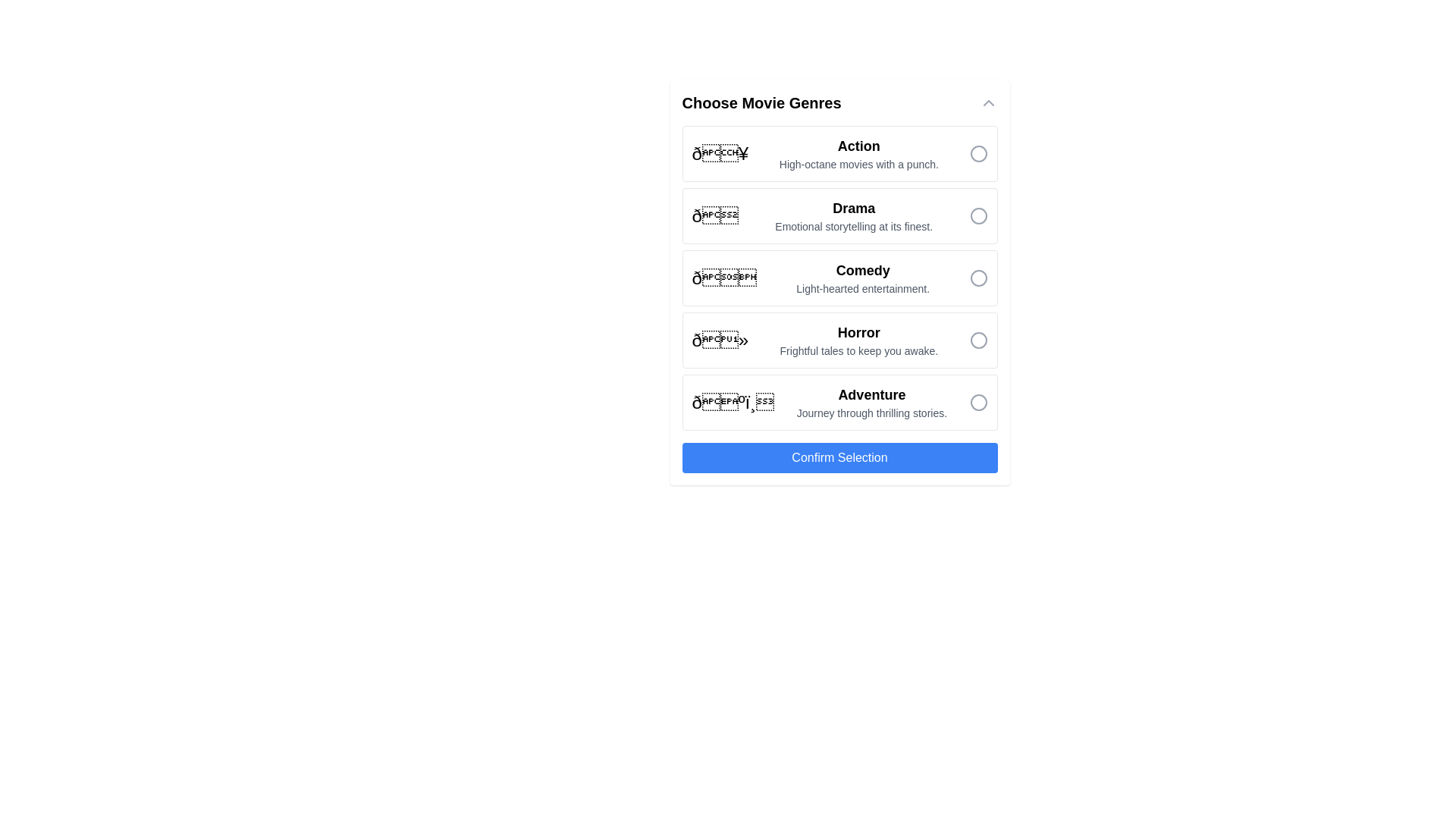  I want to click on the small upward-pointing chevron icon in the top-right corner of the 'Choose Movie Genres' modal, so click(988, 102).